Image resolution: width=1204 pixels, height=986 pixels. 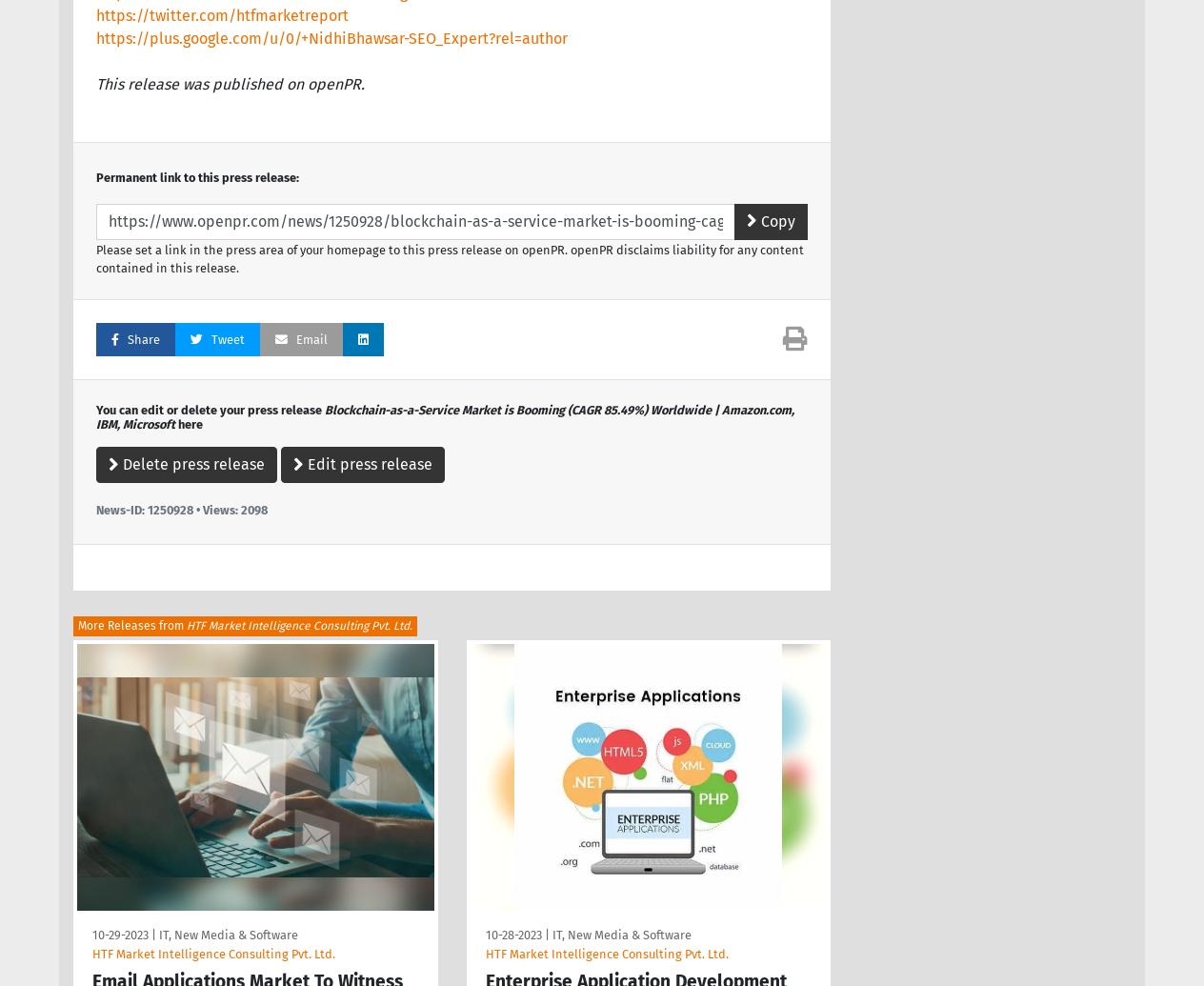 I want to click on 'You can edit or delete your press release', so click(x=210, y=409).